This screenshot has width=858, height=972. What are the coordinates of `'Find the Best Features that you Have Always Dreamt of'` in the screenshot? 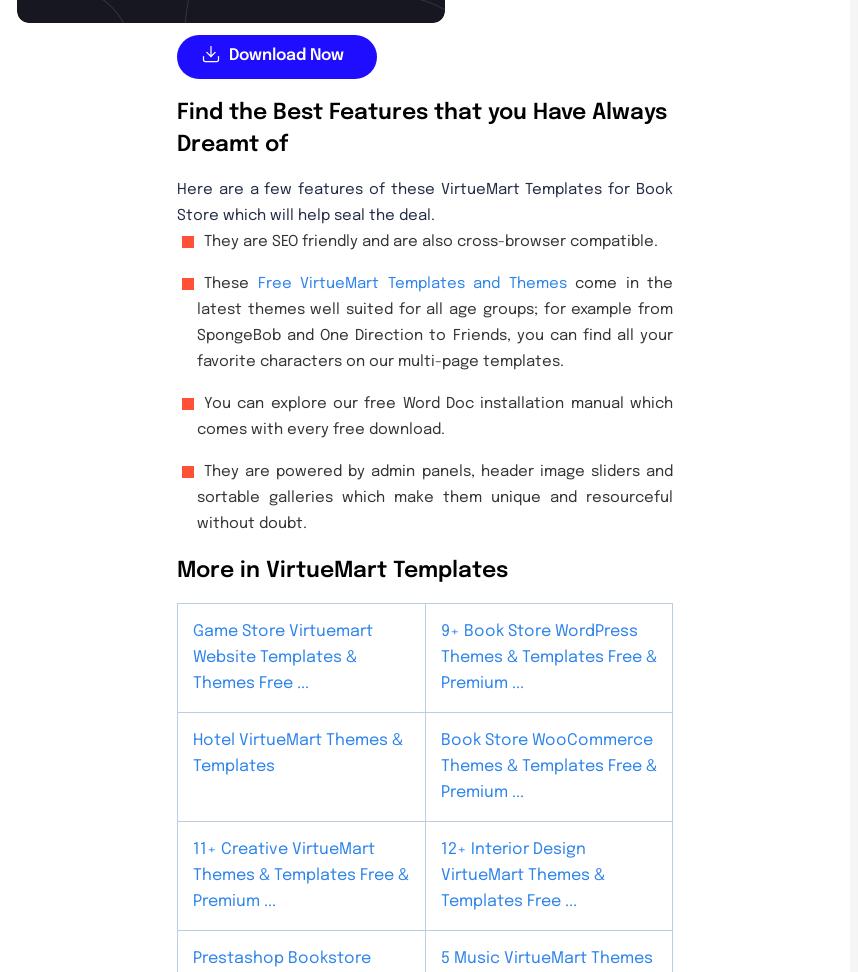 It's located at (420, 128).